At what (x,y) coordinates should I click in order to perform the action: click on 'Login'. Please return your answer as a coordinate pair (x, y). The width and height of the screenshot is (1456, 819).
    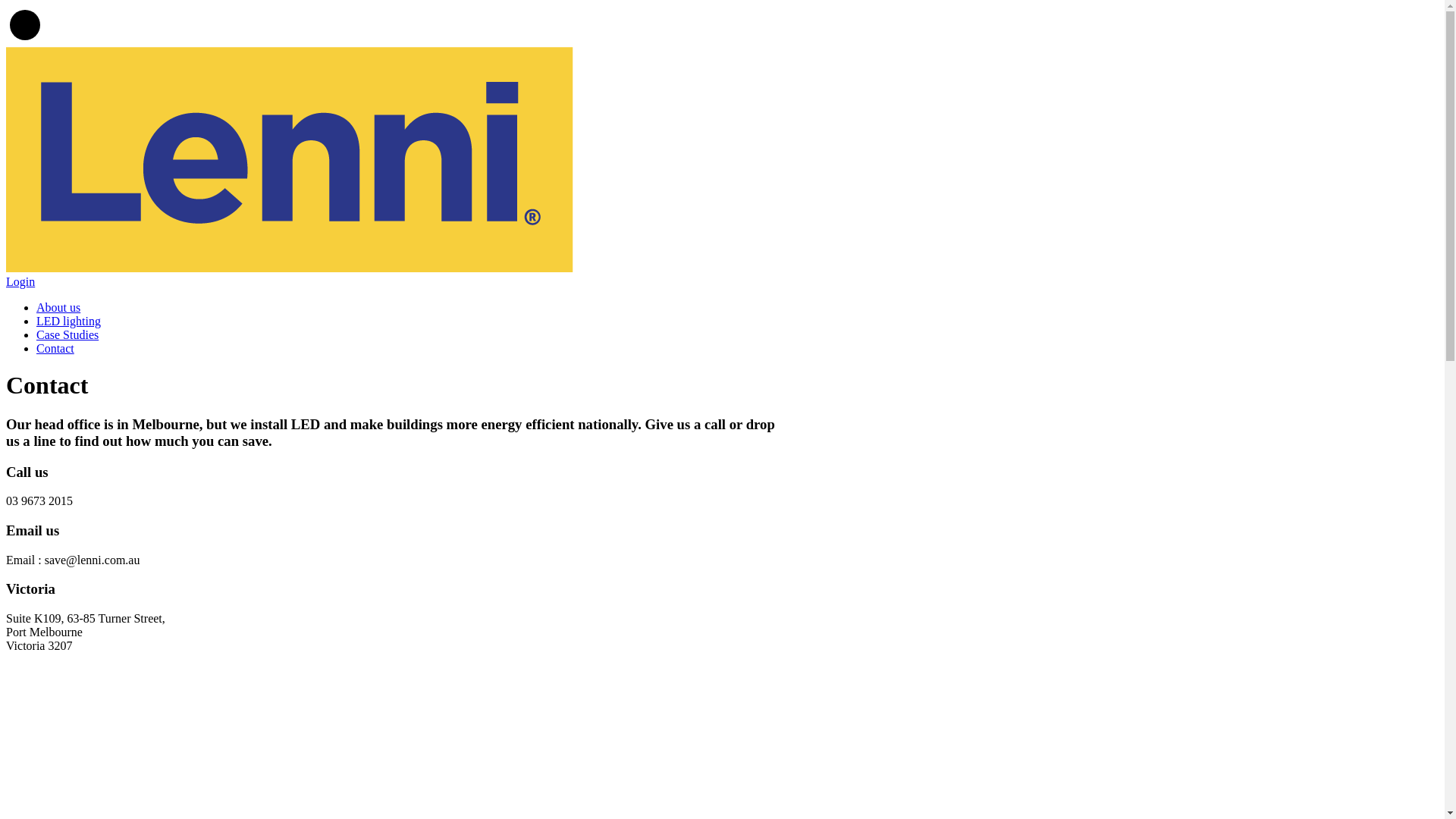
    Looking at the image, I should click on (20, 281).